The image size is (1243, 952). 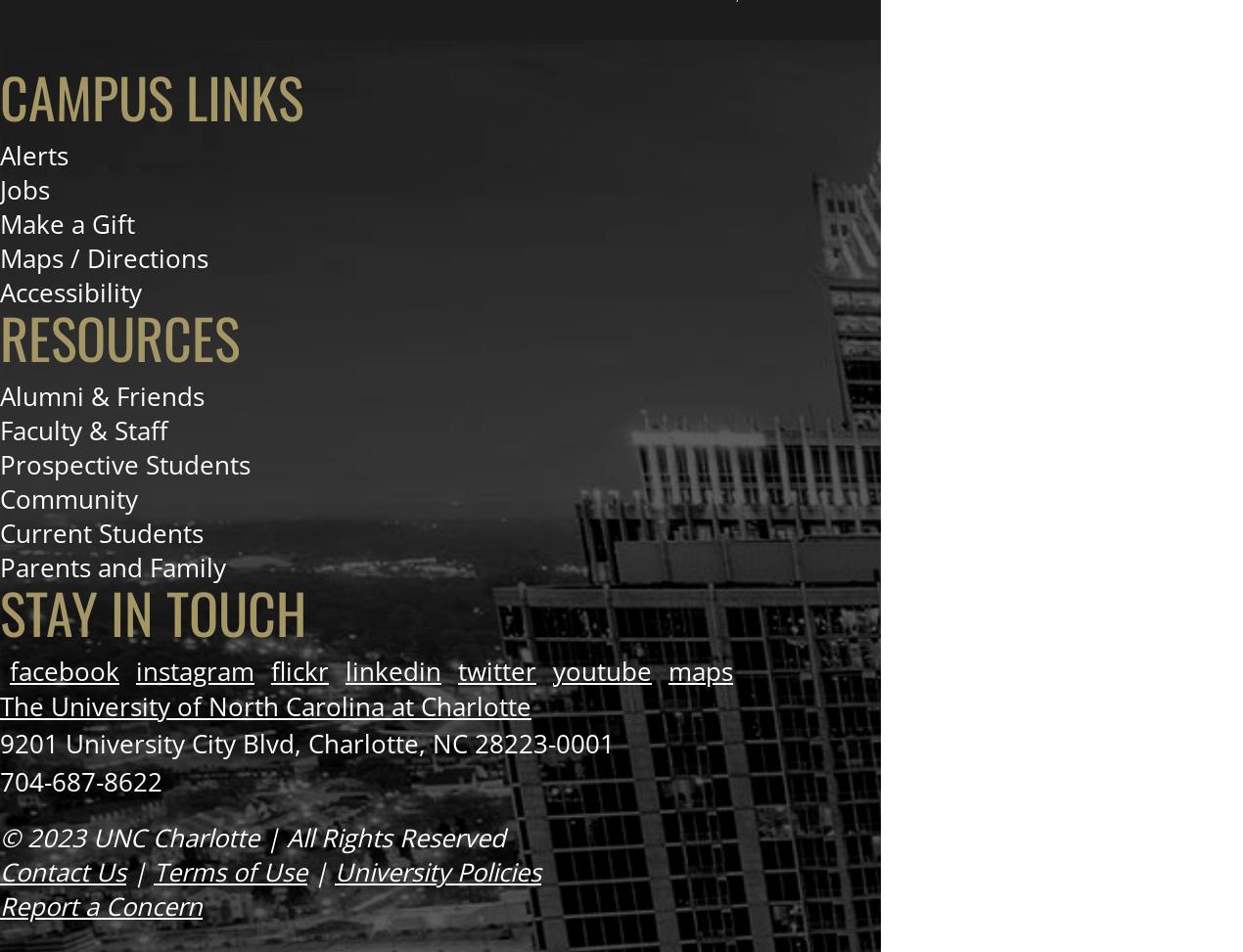 I want to click on 'Report a Concern', so click(x=0, y=905).